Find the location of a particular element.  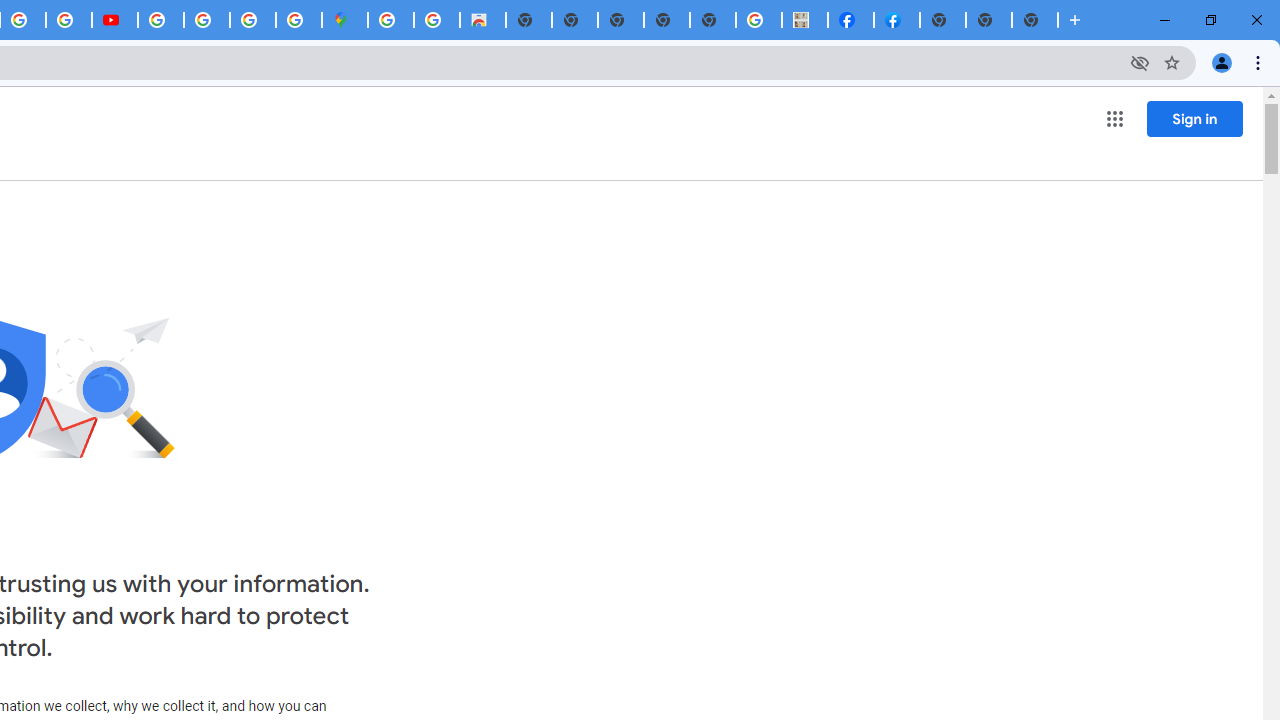

'Miley Cyrus | Facebook' is located at coordinates (851, 20).